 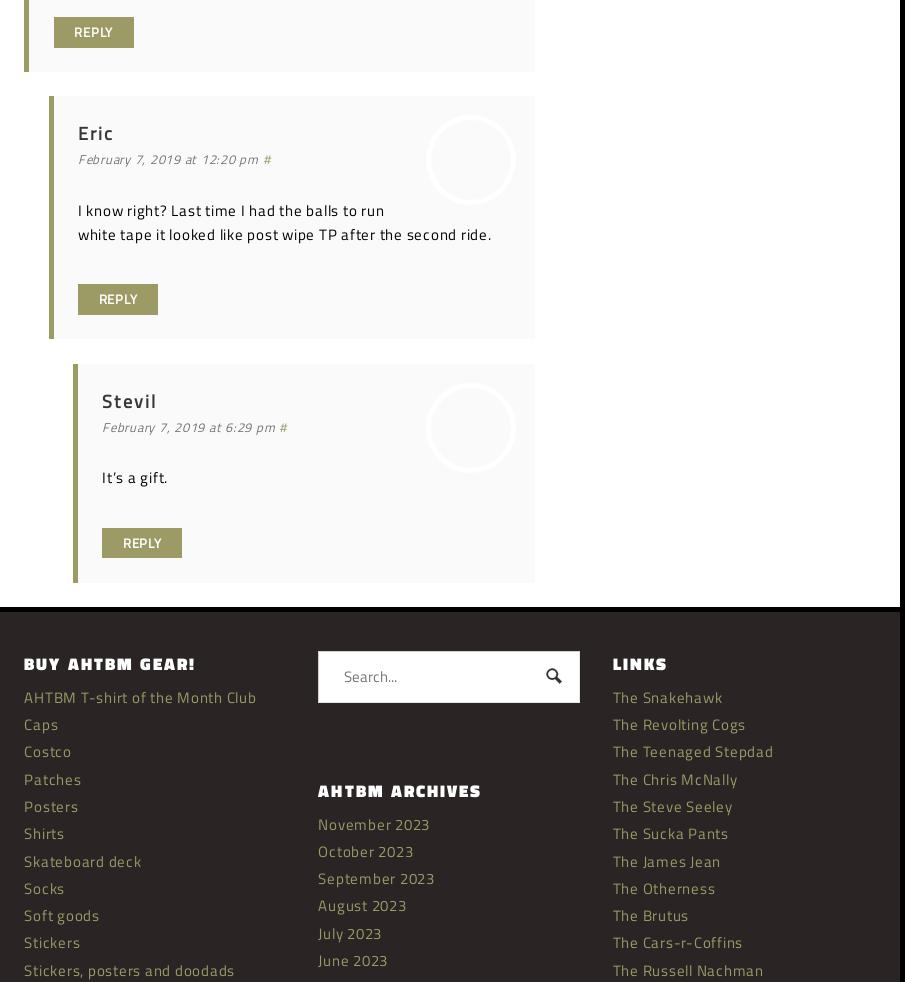 What do you see at coordinates (671, 805) in the screenshot?
I see `'The Steve Seeley'` at bounding box center [671, 805].